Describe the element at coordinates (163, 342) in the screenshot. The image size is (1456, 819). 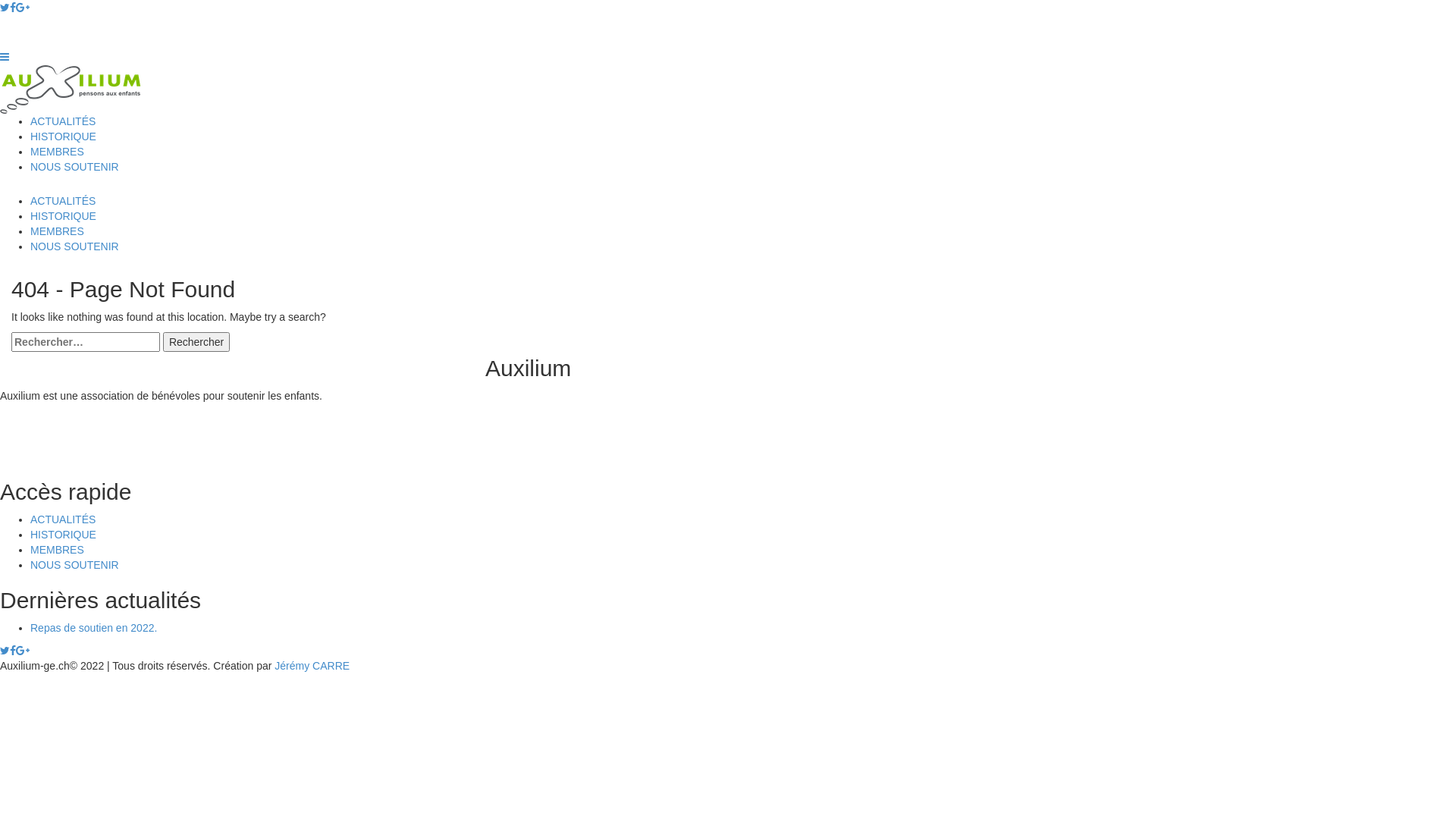
I see `'Rechercher'` at that location.